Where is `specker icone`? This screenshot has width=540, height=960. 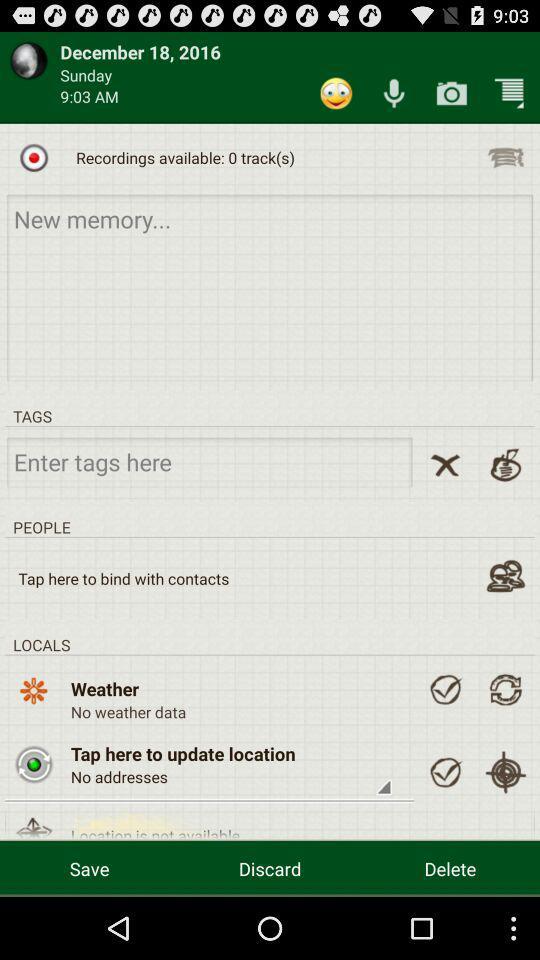
specker icone is located at coordinates (394, 93).